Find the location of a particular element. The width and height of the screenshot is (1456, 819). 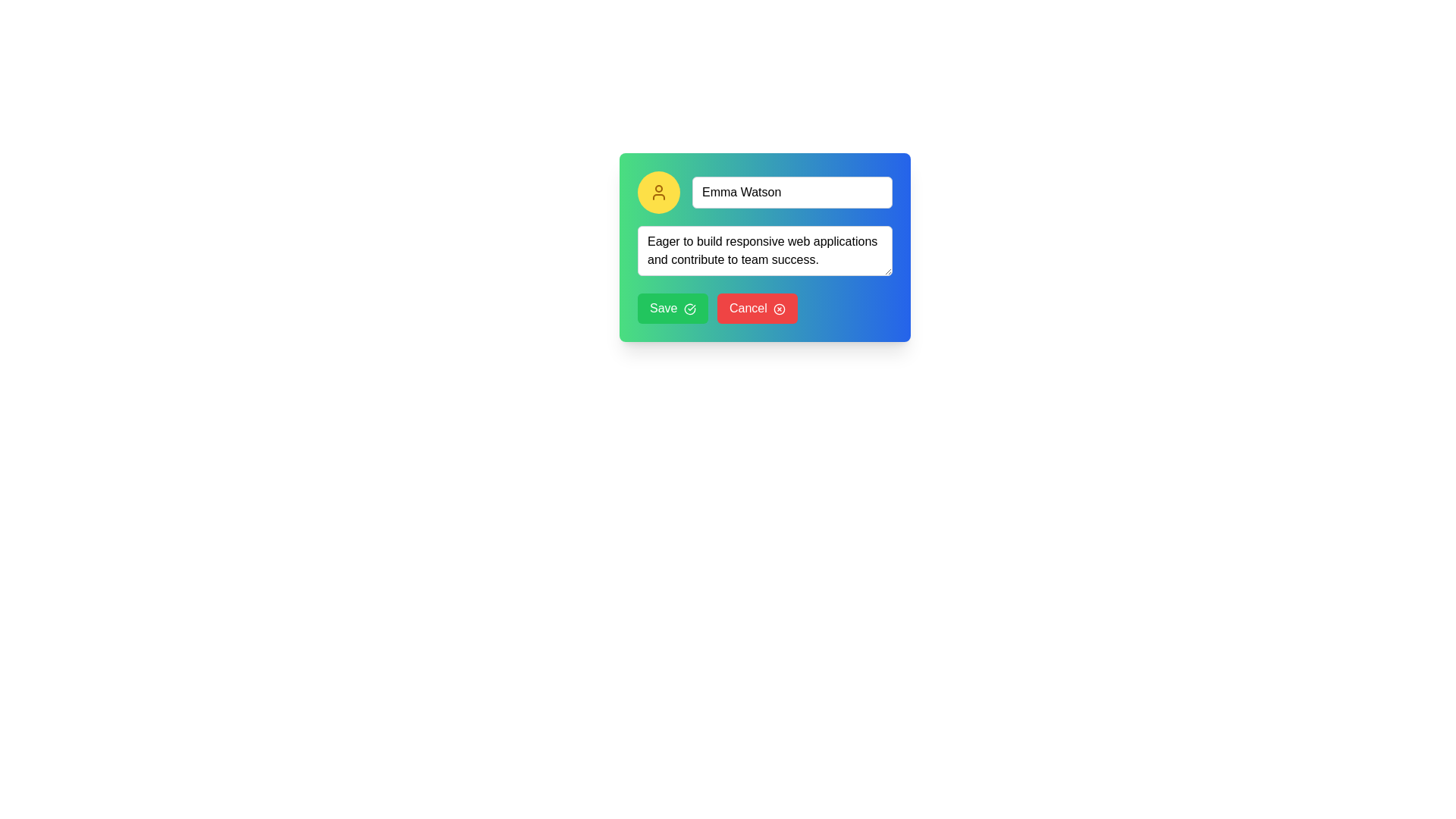

the multiline text input field located below the 'Emma Watson' rounded input field is located at coordinates (764, 253).